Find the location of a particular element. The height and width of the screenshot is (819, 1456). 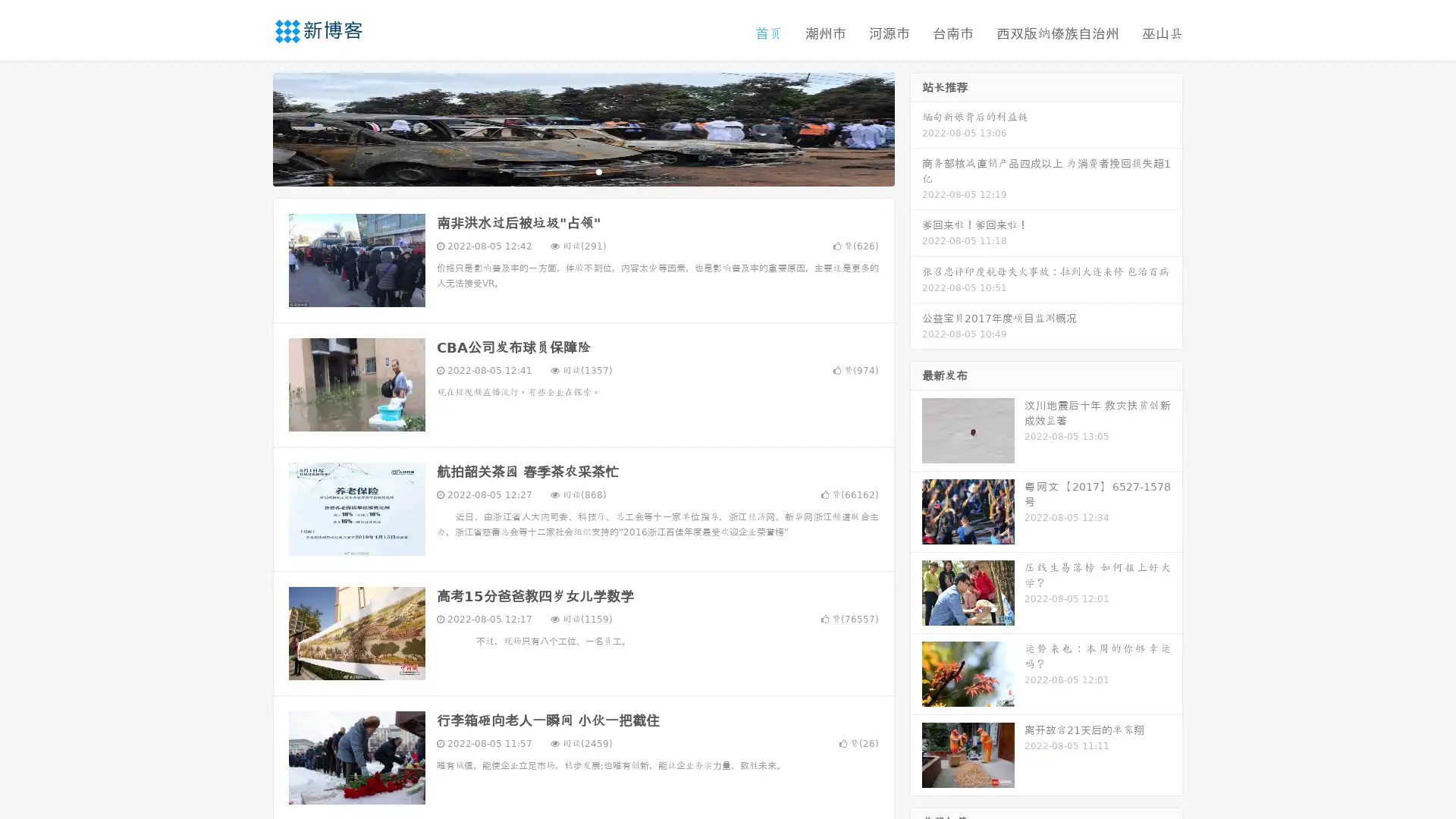

Go to slide 2 is located at coordinates (582, 171).